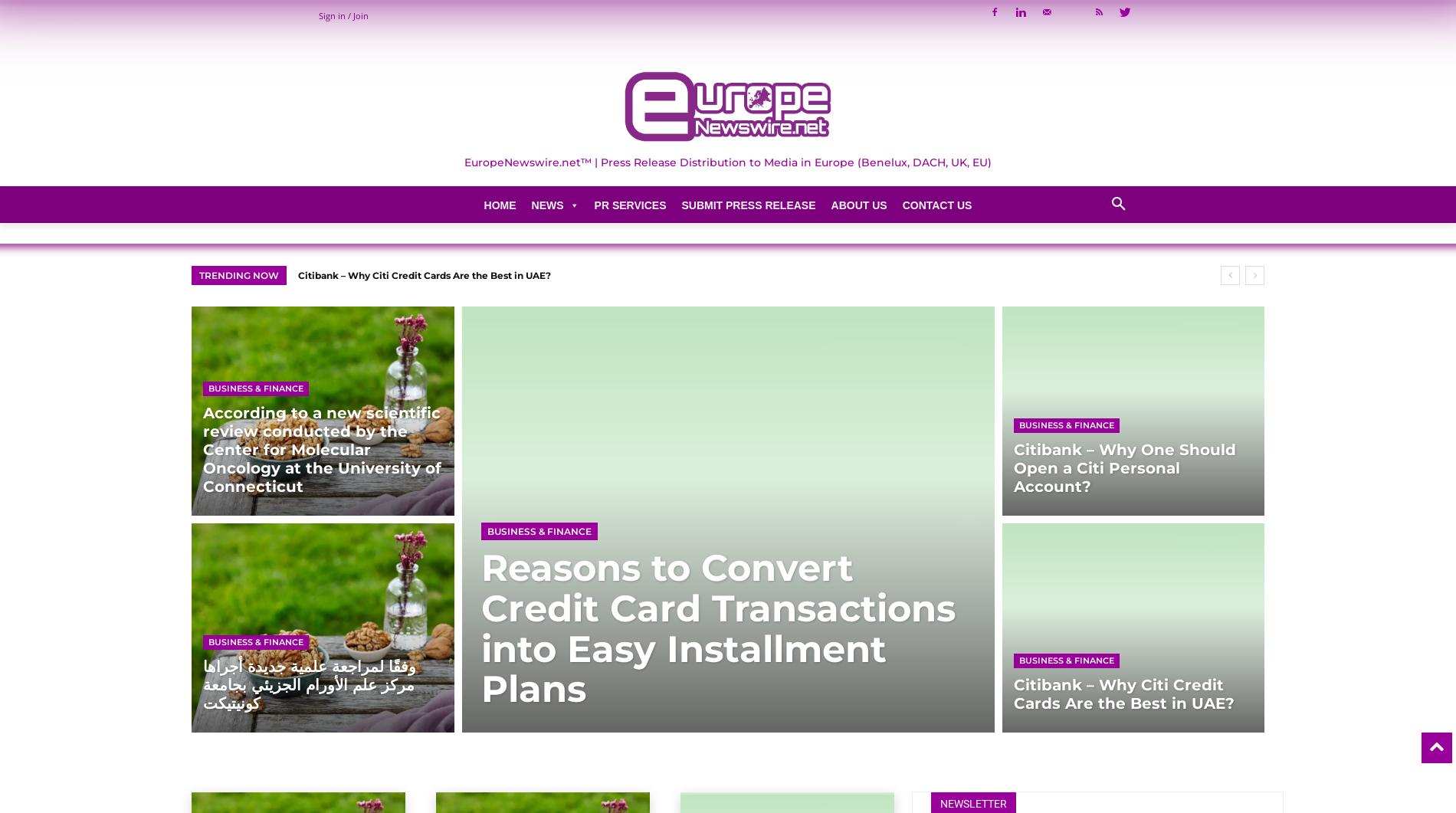 The image size is (1456, 813). What do you see at coordinates (561, 398) in the screenshot?
I see `'Cryptocurrency'` at bounding box center [561, 398].